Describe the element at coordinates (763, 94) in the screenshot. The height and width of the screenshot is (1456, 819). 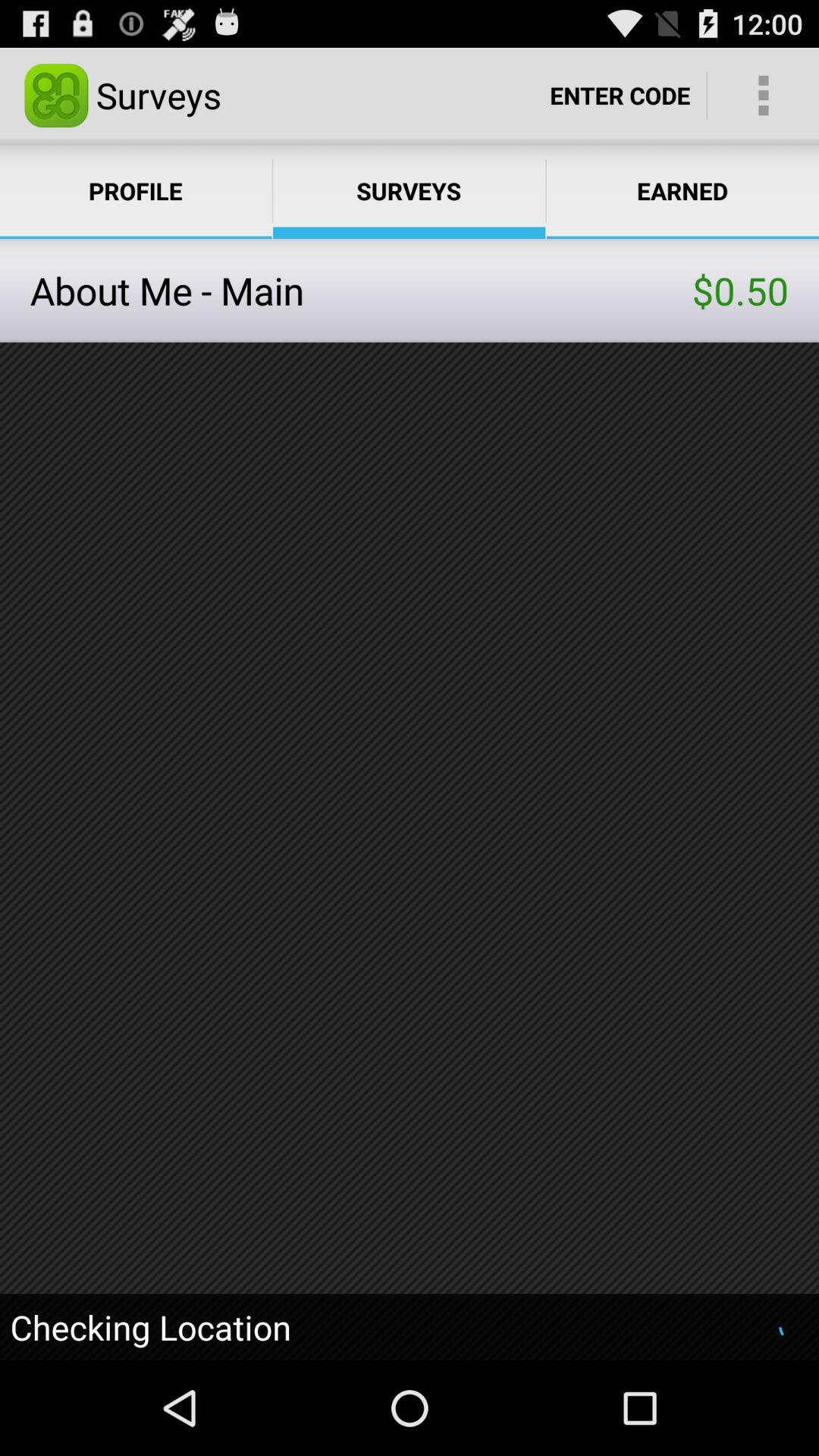
I see `app above earned app` at that location.